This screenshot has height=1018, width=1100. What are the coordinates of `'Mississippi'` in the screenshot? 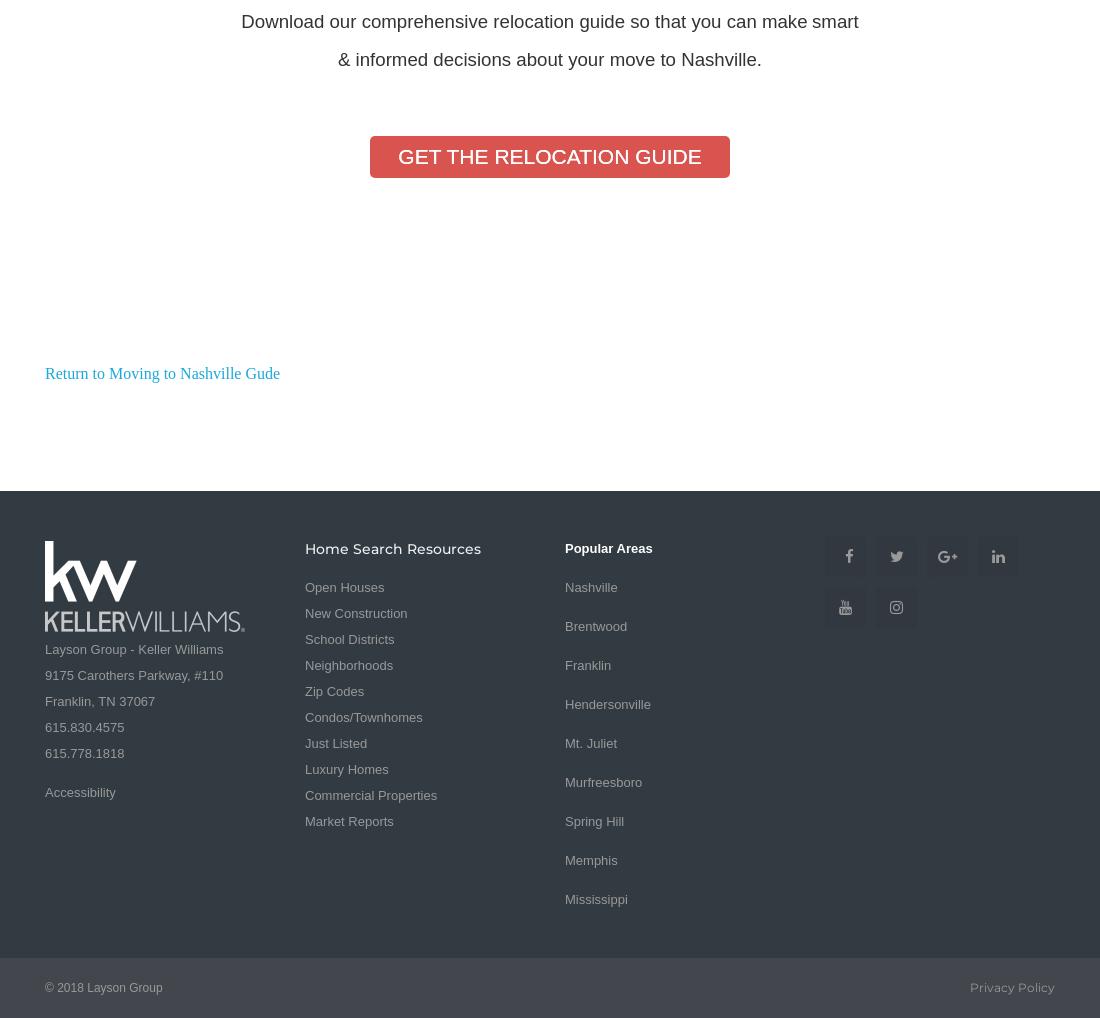 It's located at (594, 898).